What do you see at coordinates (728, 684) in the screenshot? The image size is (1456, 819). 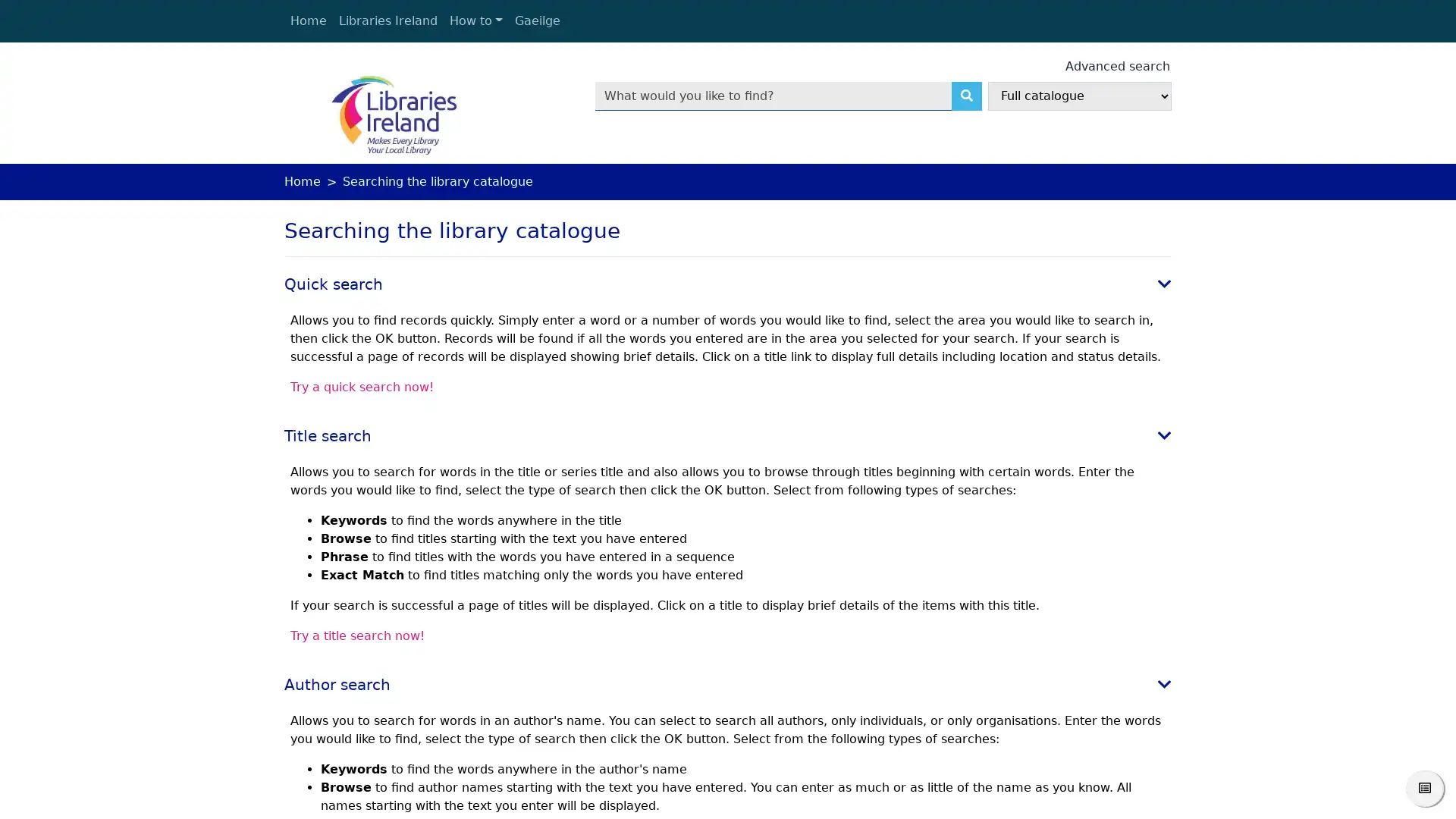 I see `Author search` at bounding box center [728, 684].